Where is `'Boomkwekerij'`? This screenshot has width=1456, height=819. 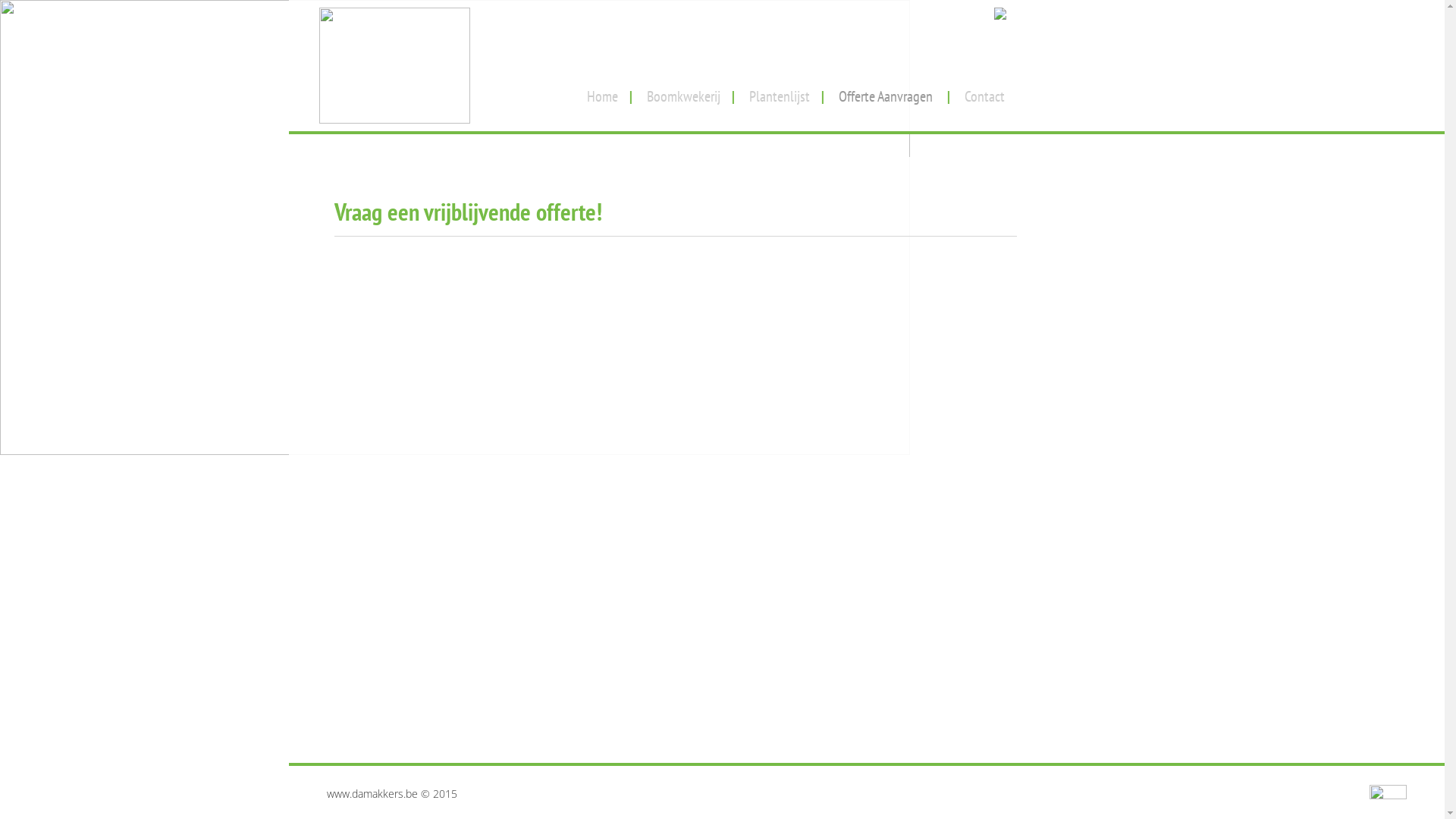 'Boomkwekerij' is located at coordinates (682, 90).